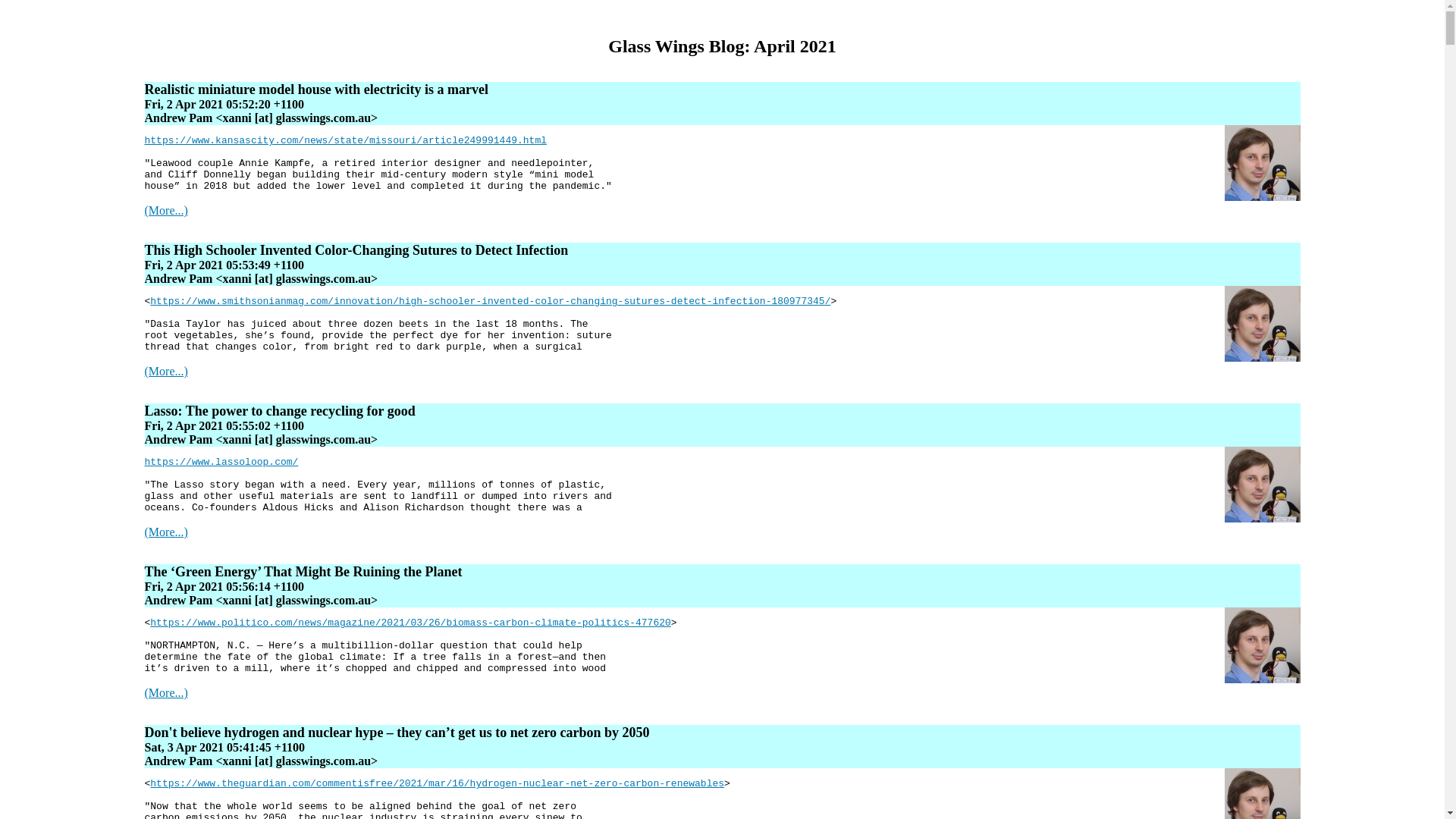 This screenshot has width=1456, height=819. Describe the element at coordinates (165, 531) in the screenshot. I see `'(More...)'` at that location.